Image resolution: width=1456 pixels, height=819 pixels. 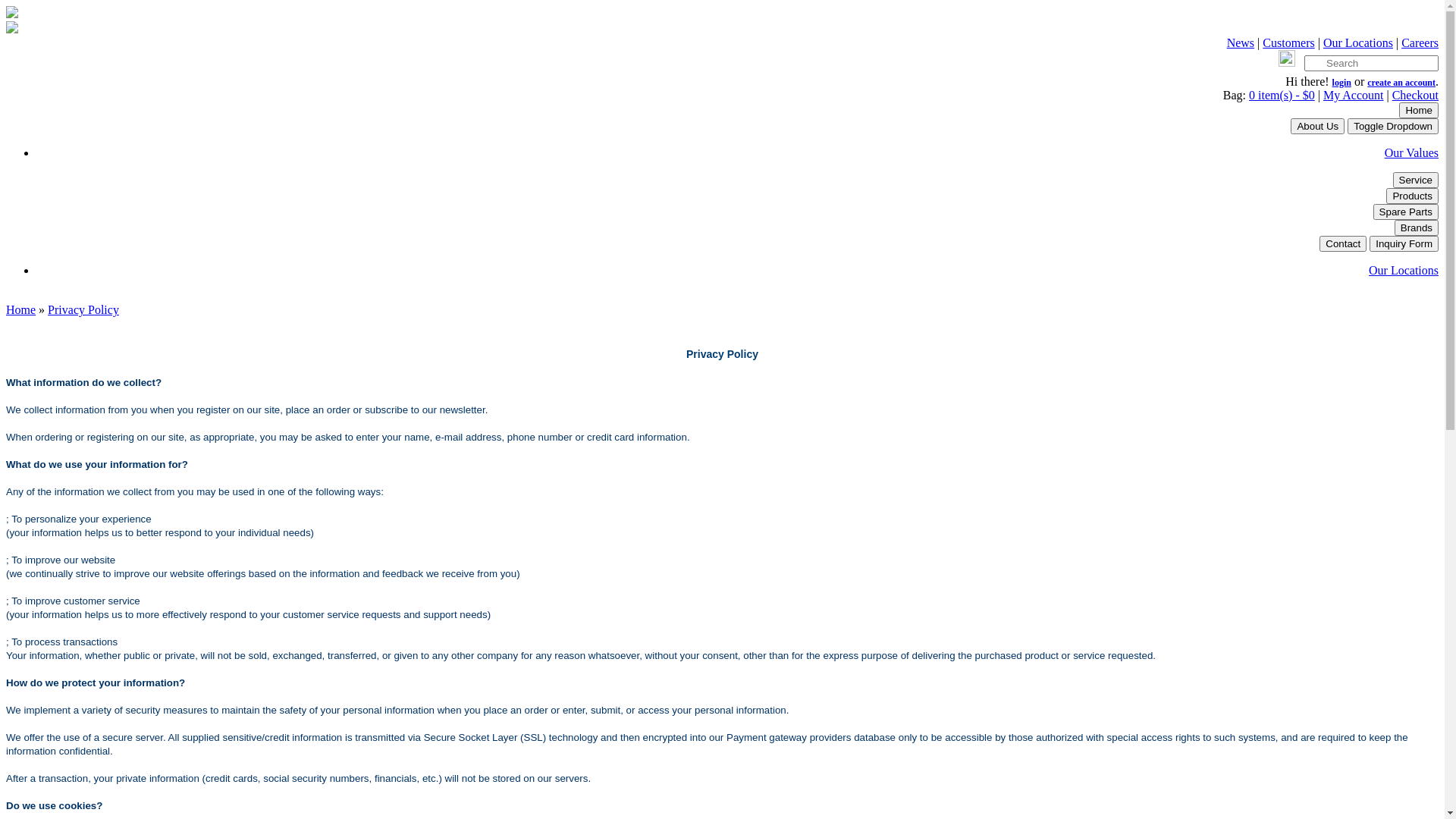 What do you see at coordinates (1373, 212) in the screenshot?
I see `'Spare Parts'` at bounding box center [1373, 212].